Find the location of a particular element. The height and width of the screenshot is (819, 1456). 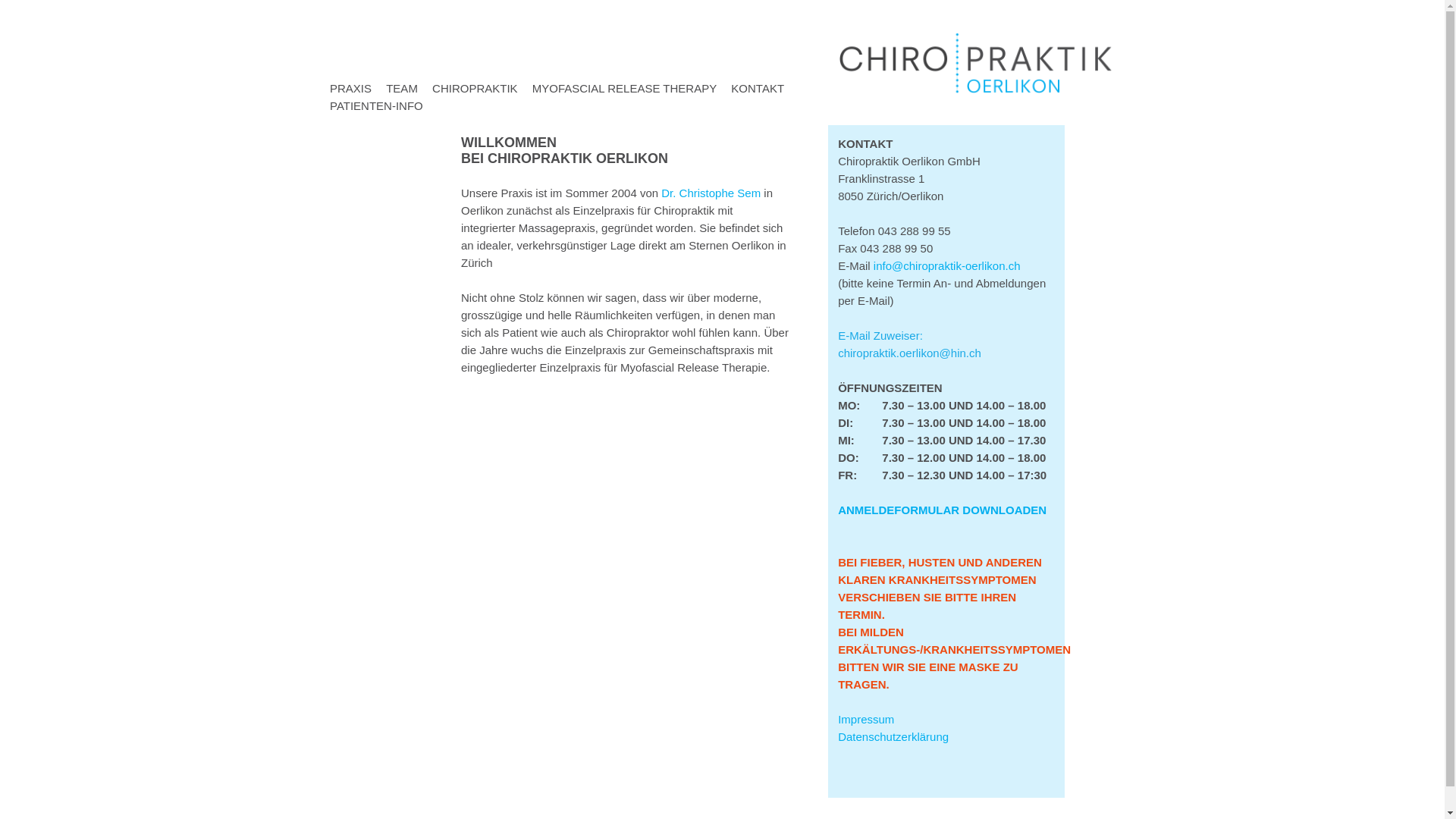

'Impressum' is located at coordinates (866, 727).